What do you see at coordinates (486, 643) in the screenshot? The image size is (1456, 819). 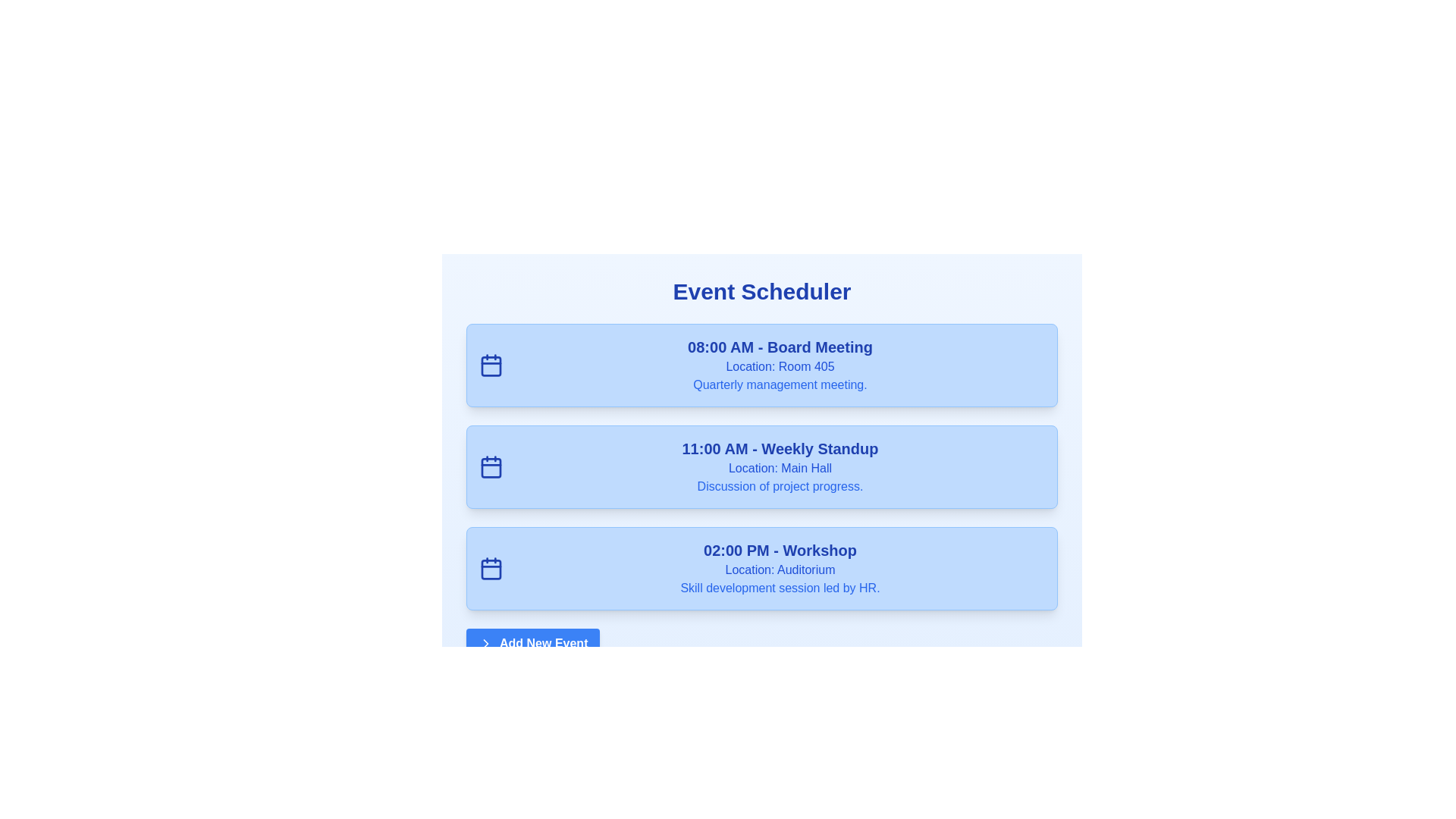 I see `the rightward pointing chevron icon located within the 'Add New Event' button` at bounding box center [486, 643].